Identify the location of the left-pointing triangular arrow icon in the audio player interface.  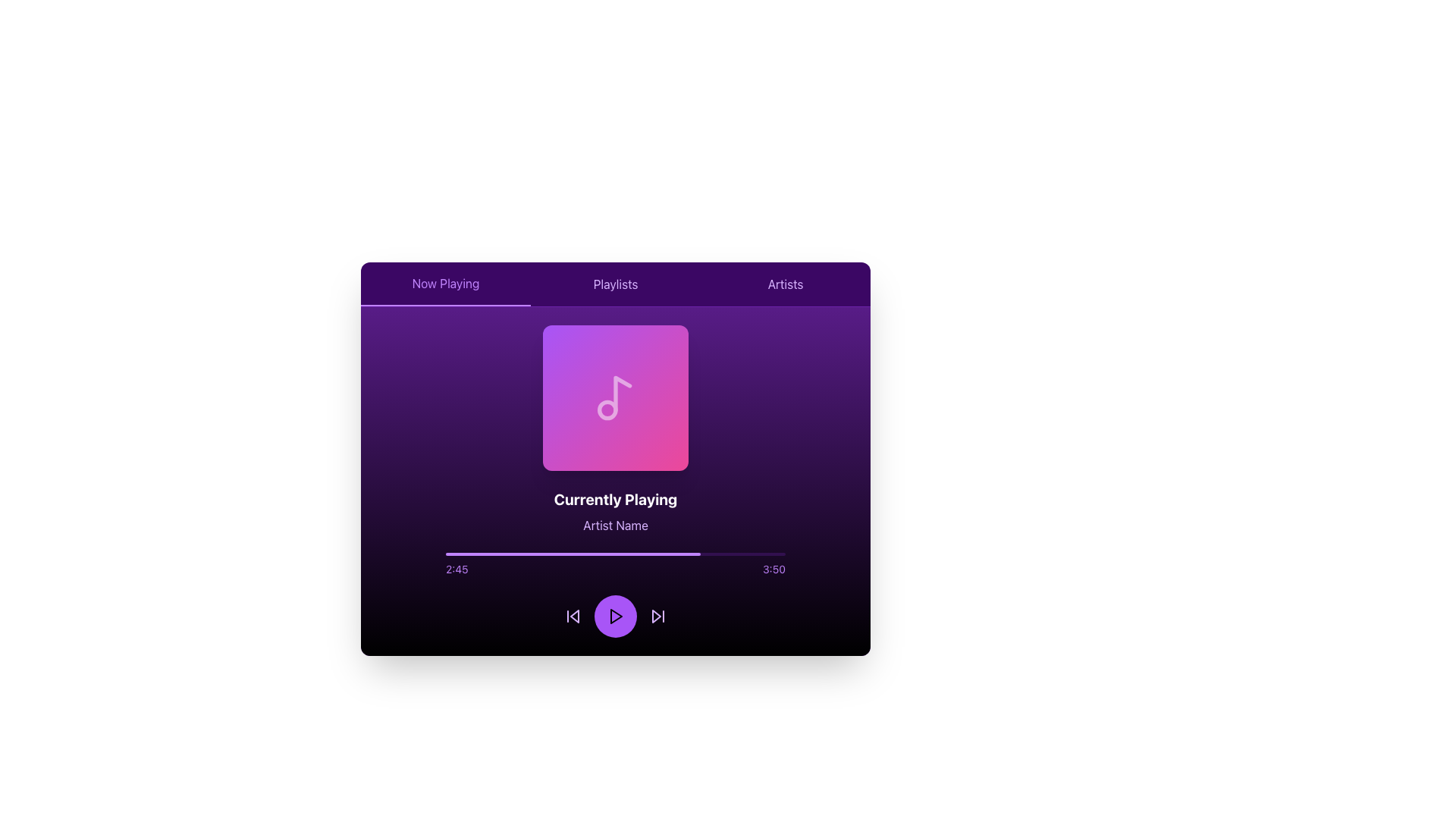
(574, 617).